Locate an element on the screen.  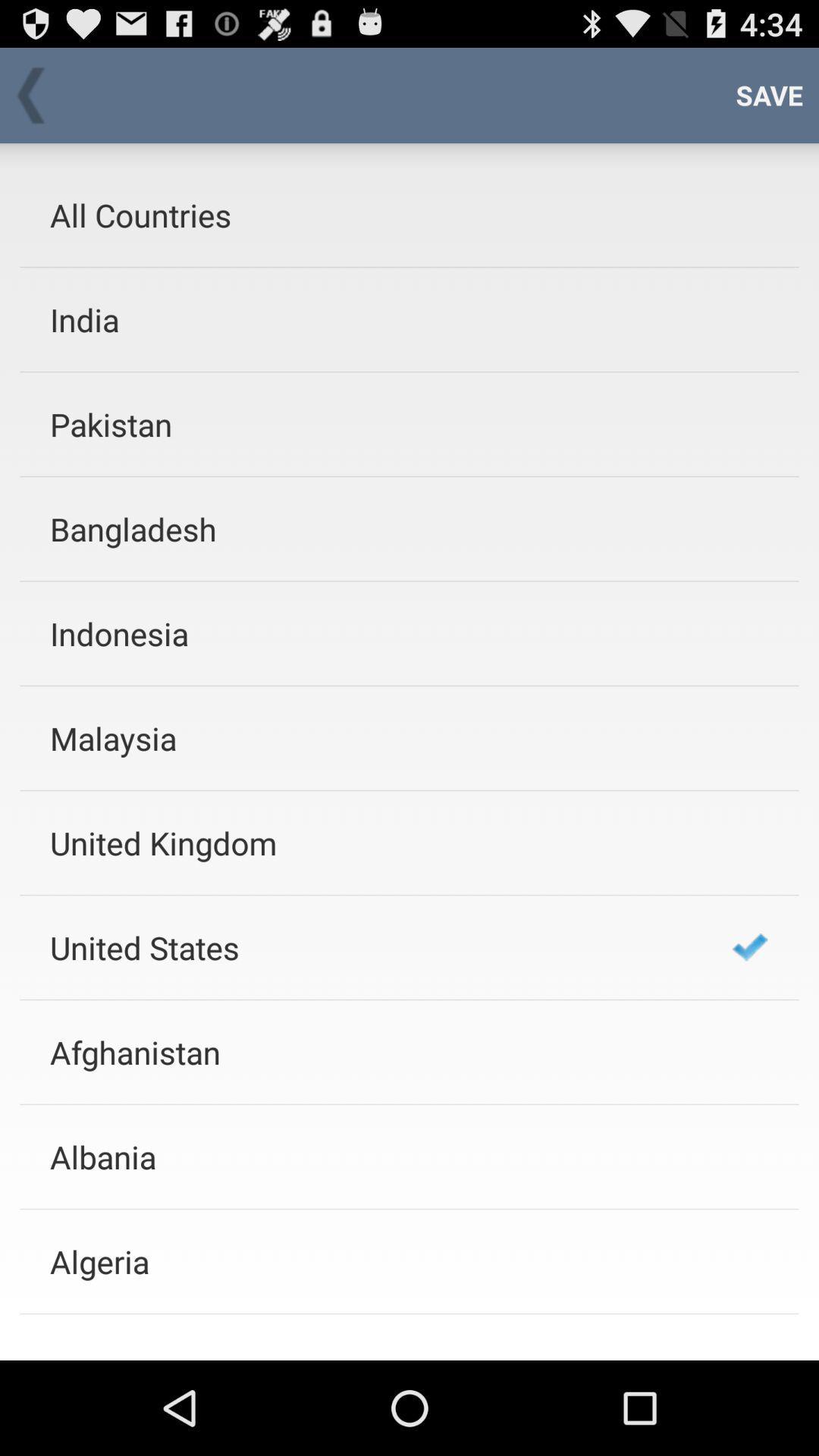
the item above the united states icon is located at coordinates (371, 842).